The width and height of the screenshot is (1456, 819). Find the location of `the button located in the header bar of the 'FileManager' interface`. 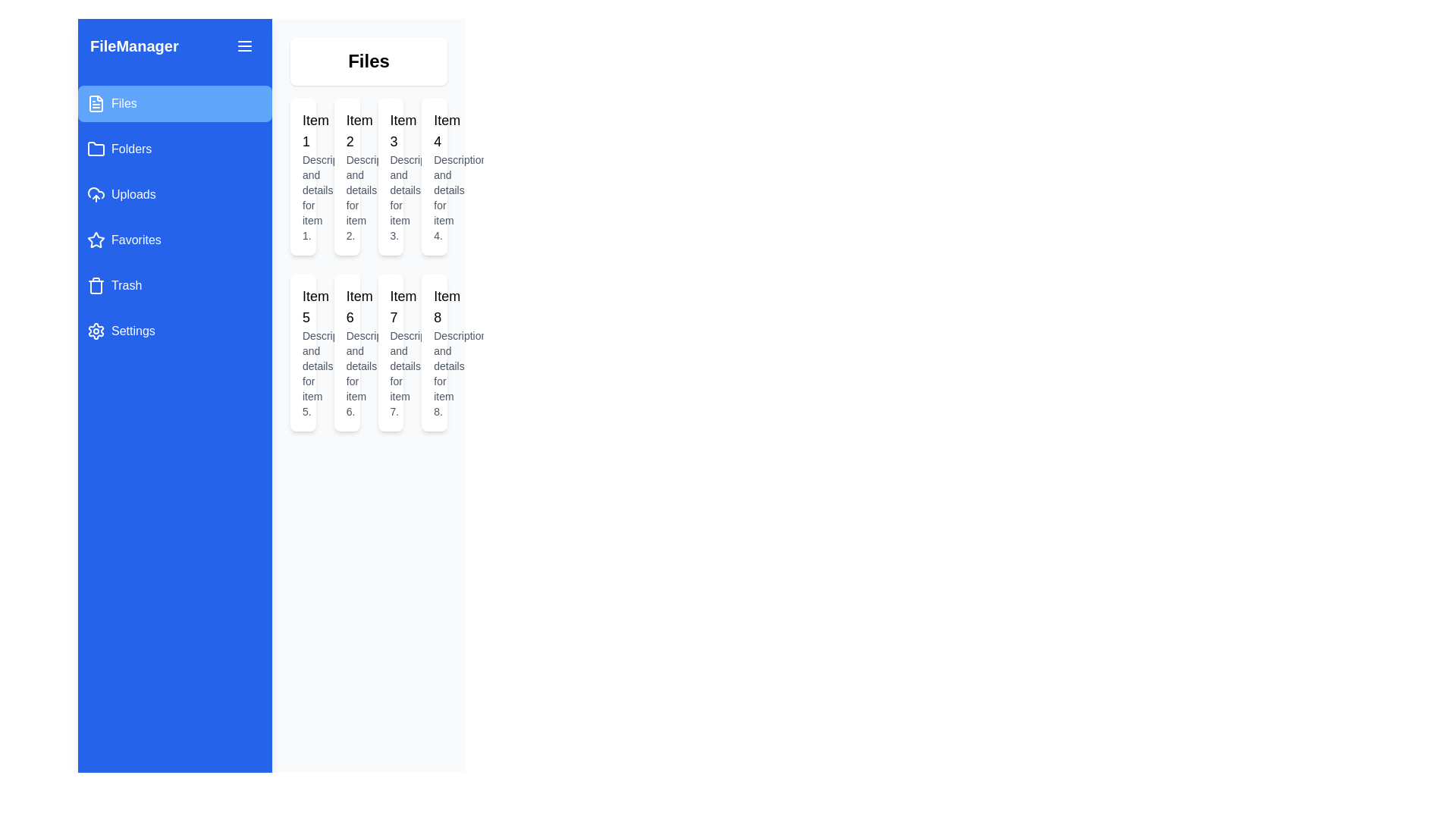

the button located in the header bar of the 'FileManager' interface is located at coordinates (244, 45).